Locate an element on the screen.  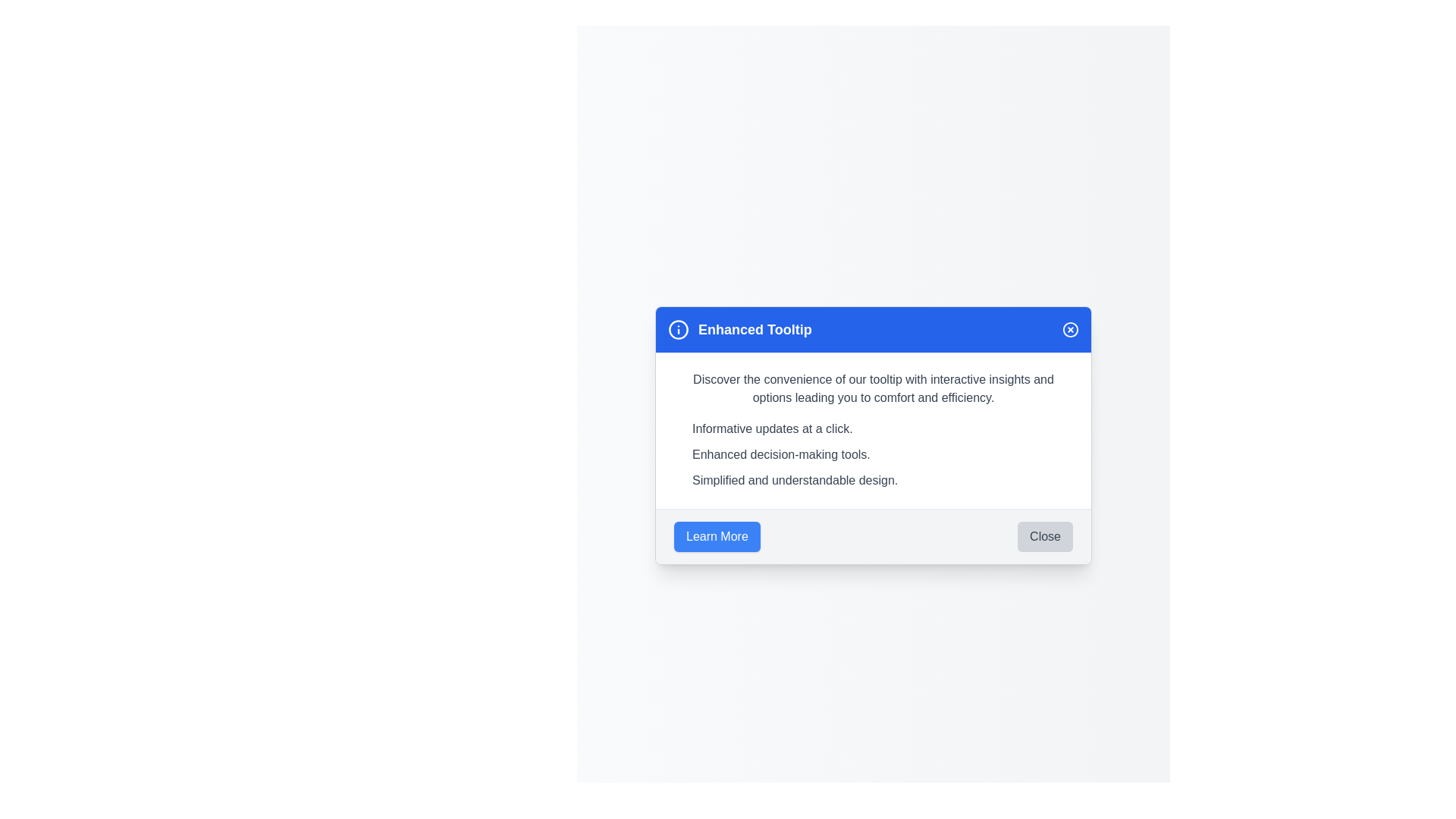
the close button located in the top-right corner of the blue bar on the tooltip, adjacent to the 'Enhanced Tooltip' title text is located at coordinates (1069, 328).